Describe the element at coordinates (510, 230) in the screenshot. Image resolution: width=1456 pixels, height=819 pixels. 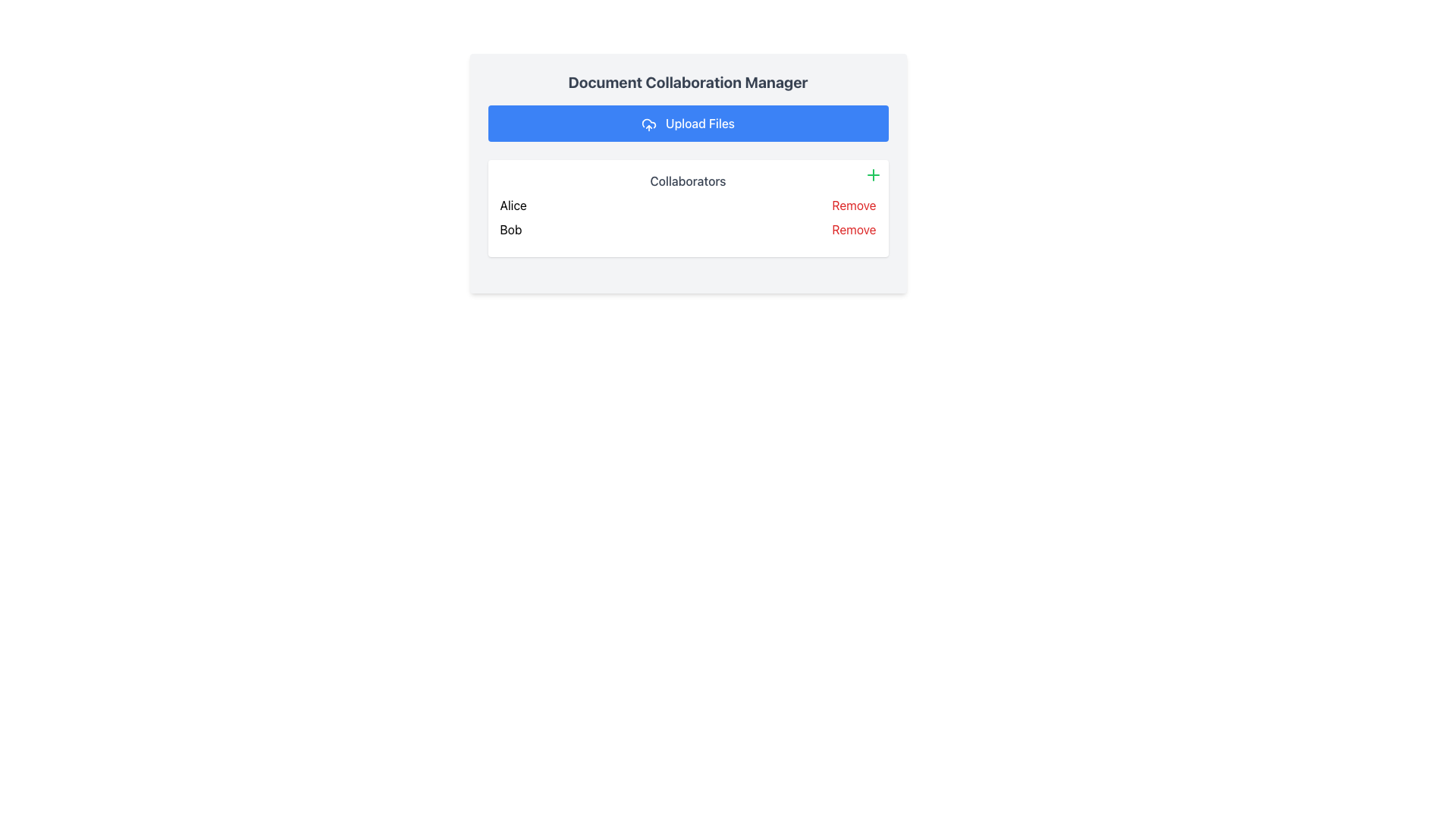
I see `the text label representing the collaborator 'Bob' which is located to the left of the 'Remove' button` at that location.